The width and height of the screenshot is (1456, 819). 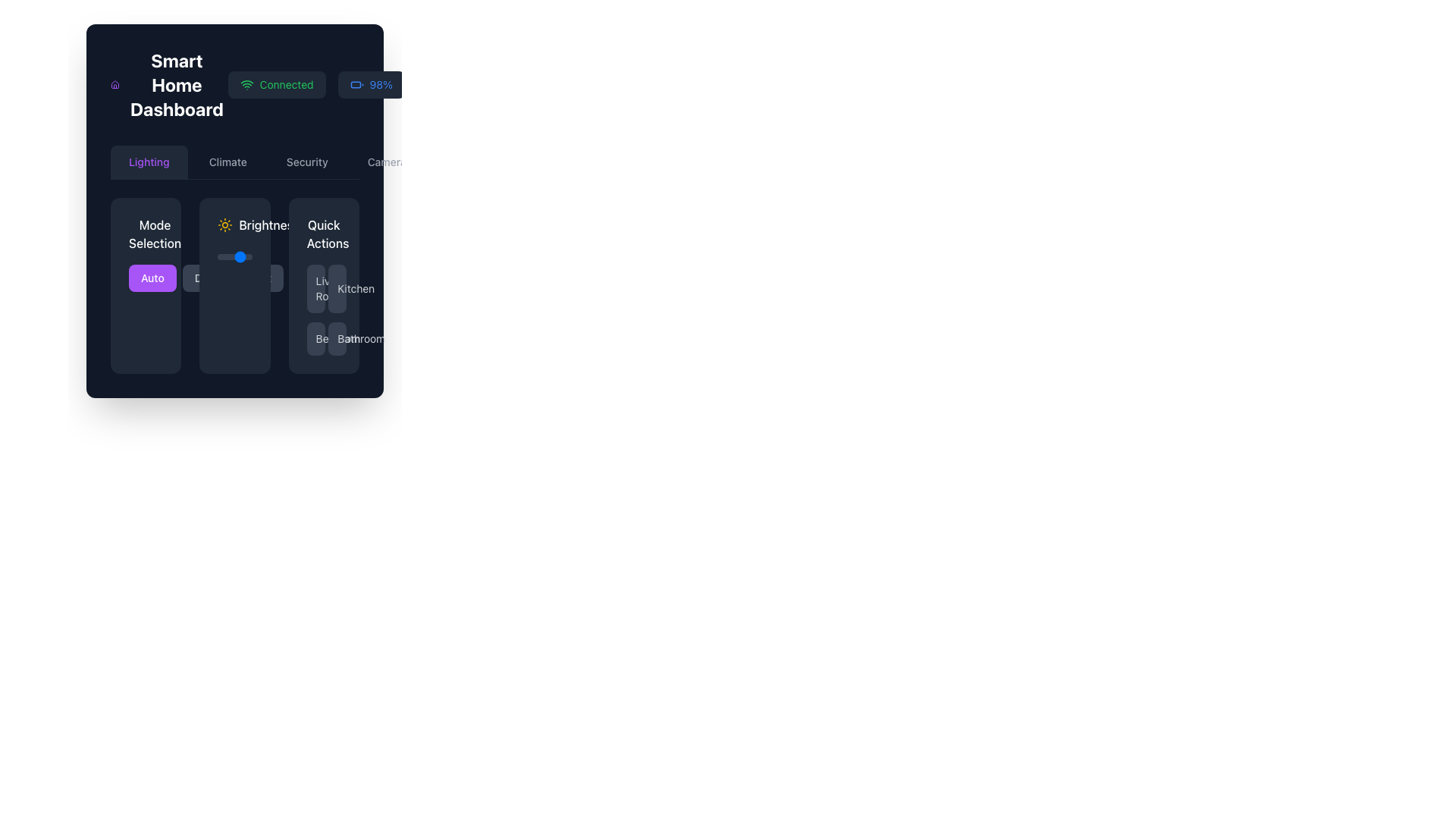 I want to click on the displayed information on the text label showing '98%' in blue font, located in the Smart Home Dashboard section near the battery icon, so click(x=381, y=84).